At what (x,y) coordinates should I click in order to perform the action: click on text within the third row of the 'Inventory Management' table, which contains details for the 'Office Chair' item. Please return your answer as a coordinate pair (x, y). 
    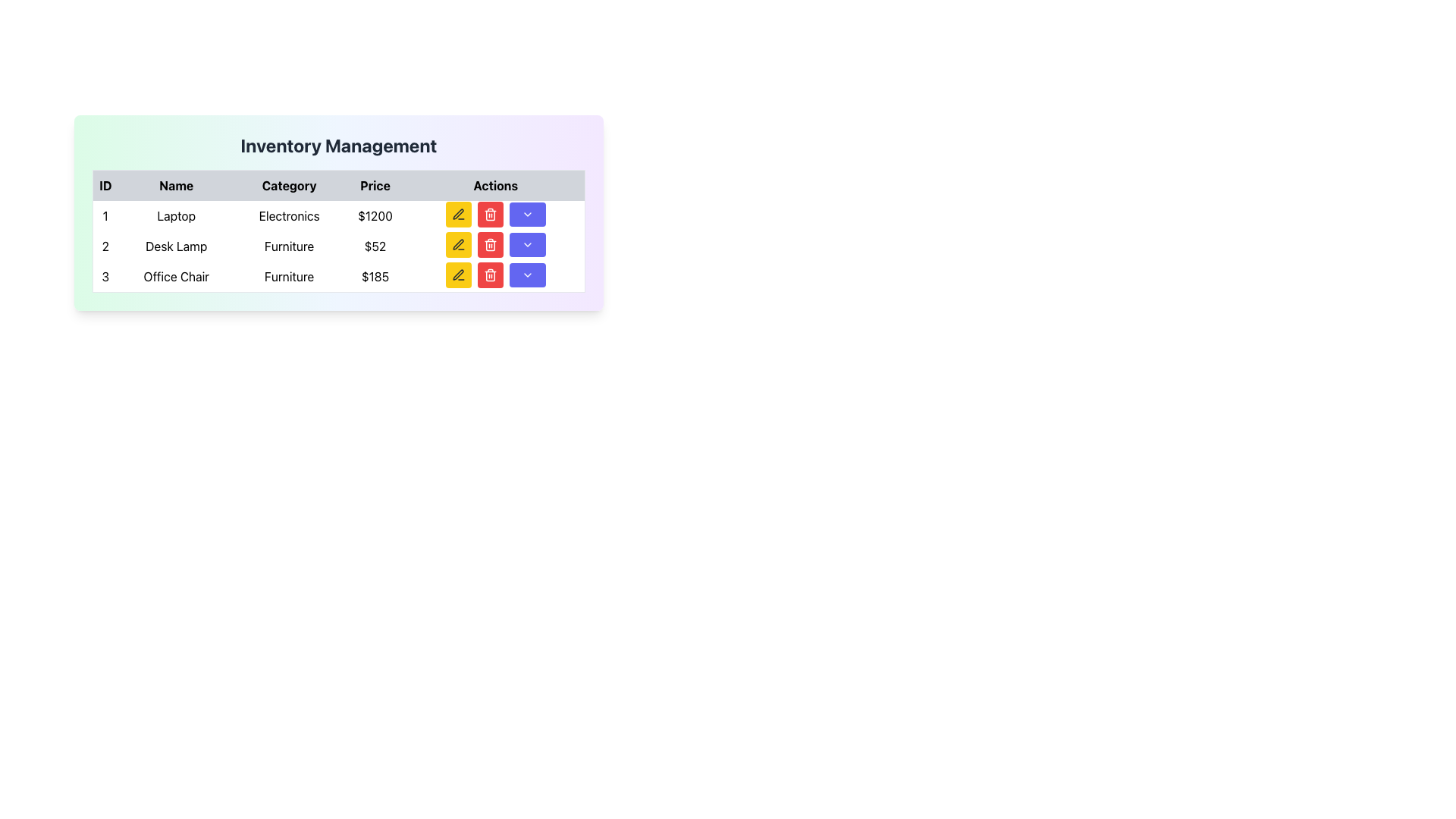
    Looking at the image, I should click on (337, 277).